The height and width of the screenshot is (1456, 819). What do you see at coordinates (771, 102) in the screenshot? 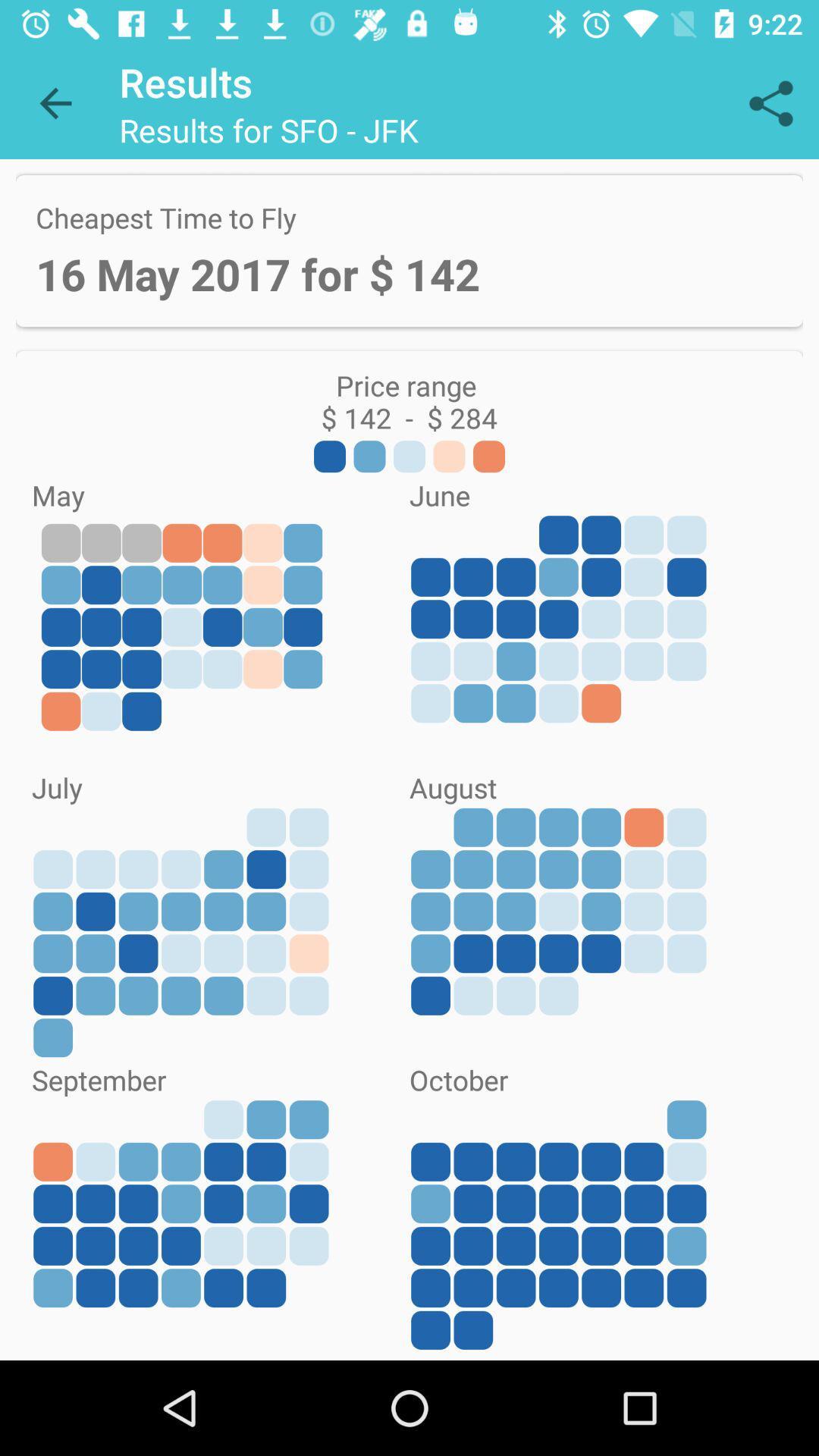
I see `icon to the right of the results for sfo icon` at bounding box center [771, 102].